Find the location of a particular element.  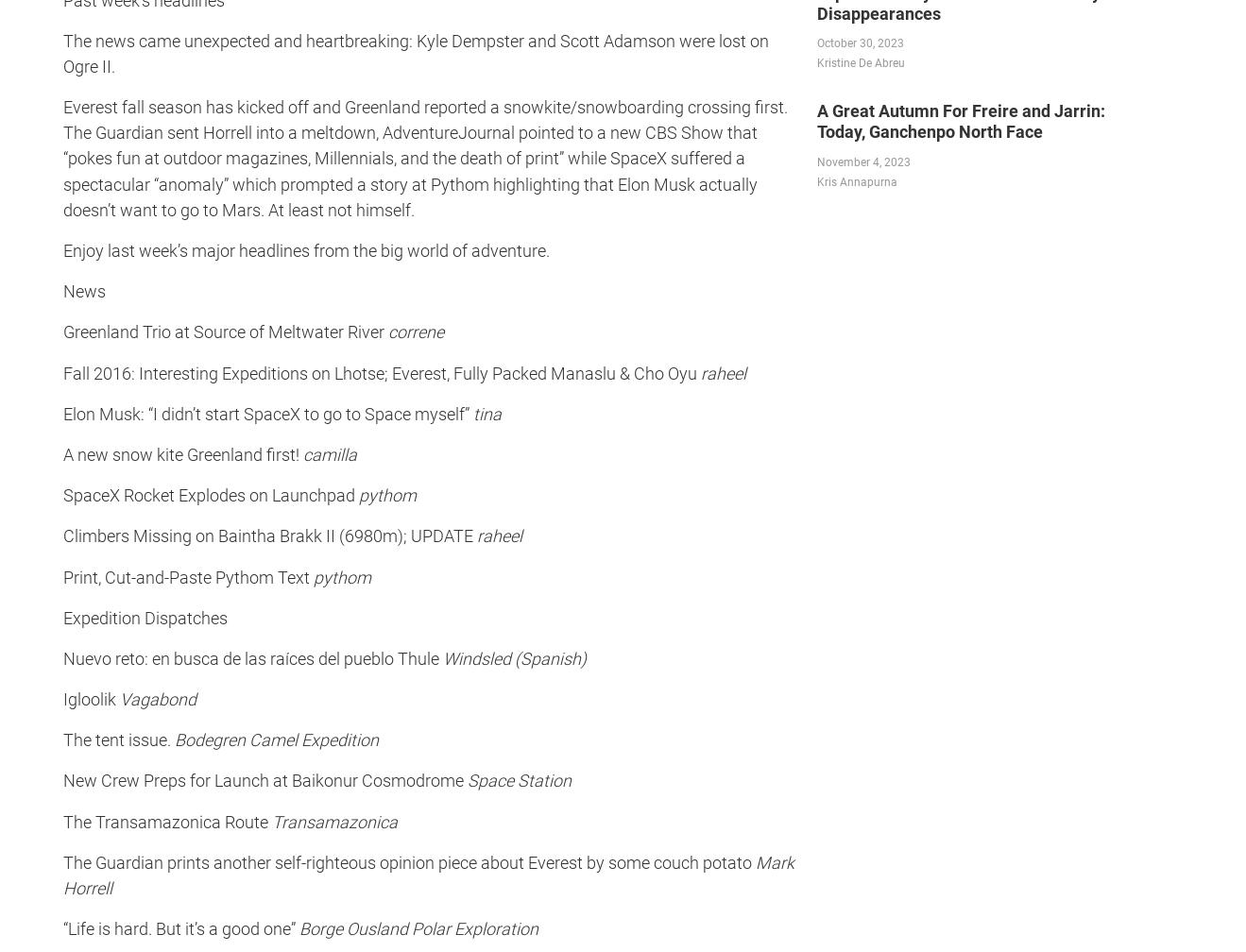

'Email Address' is located at coordinates (444, 9).